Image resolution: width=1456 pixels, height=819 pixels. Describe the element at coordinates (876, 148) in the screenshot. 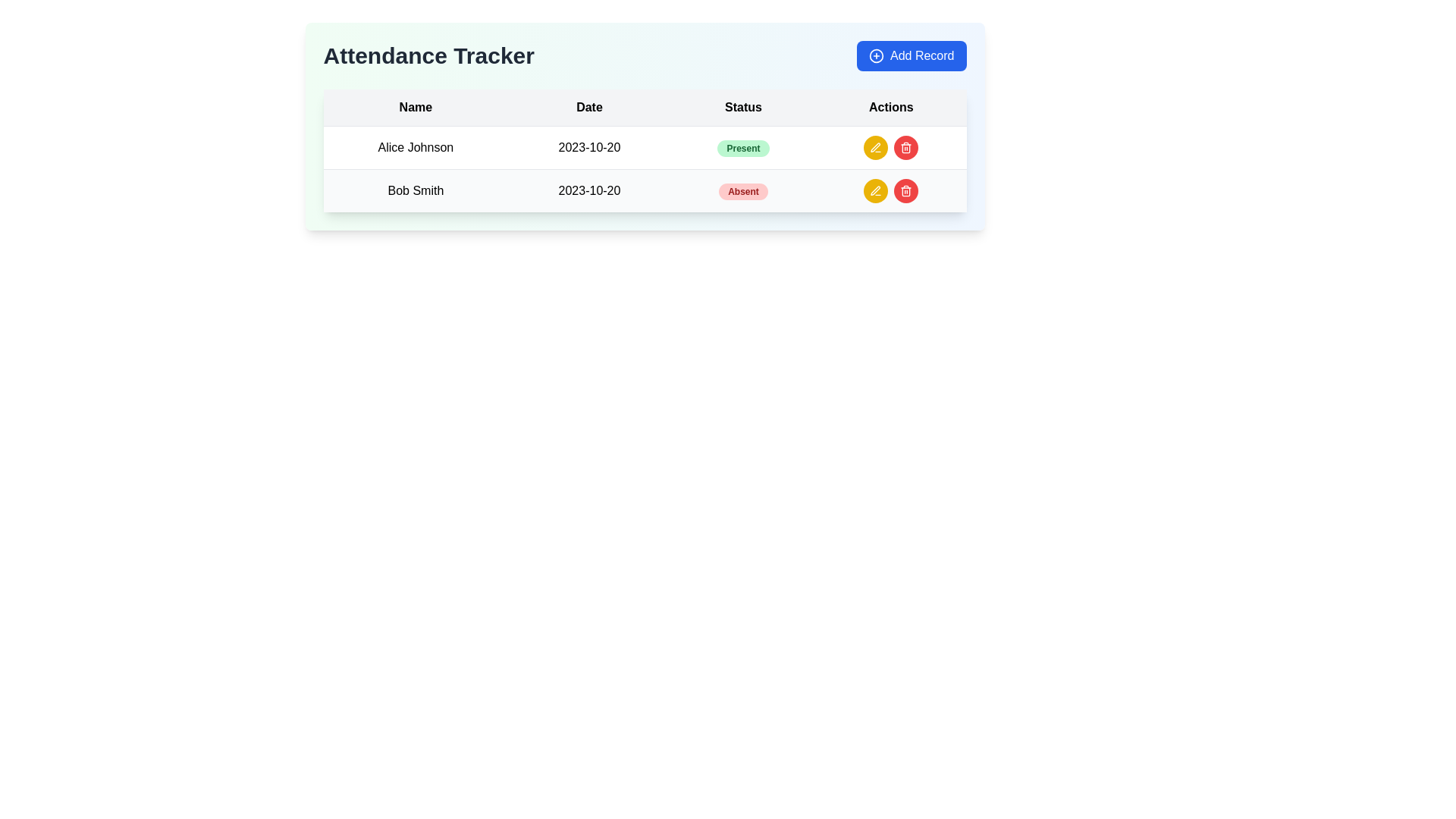

I see `the circular yellow button with a pen icon in the second row of the 'Actions' column` at that location.